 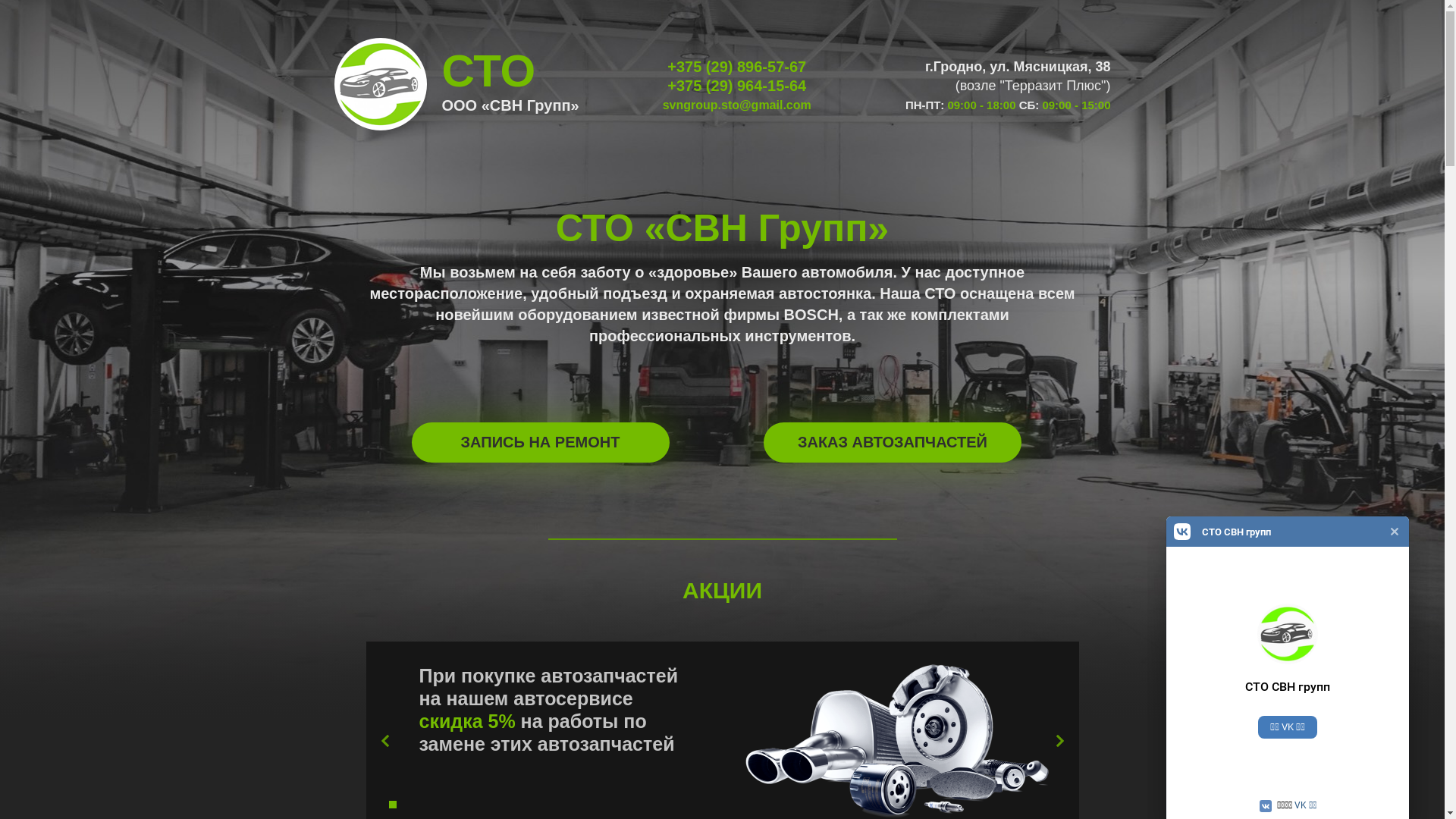 I want to click on '+375 (29) 896-57-67', so click(x=667, y=66).